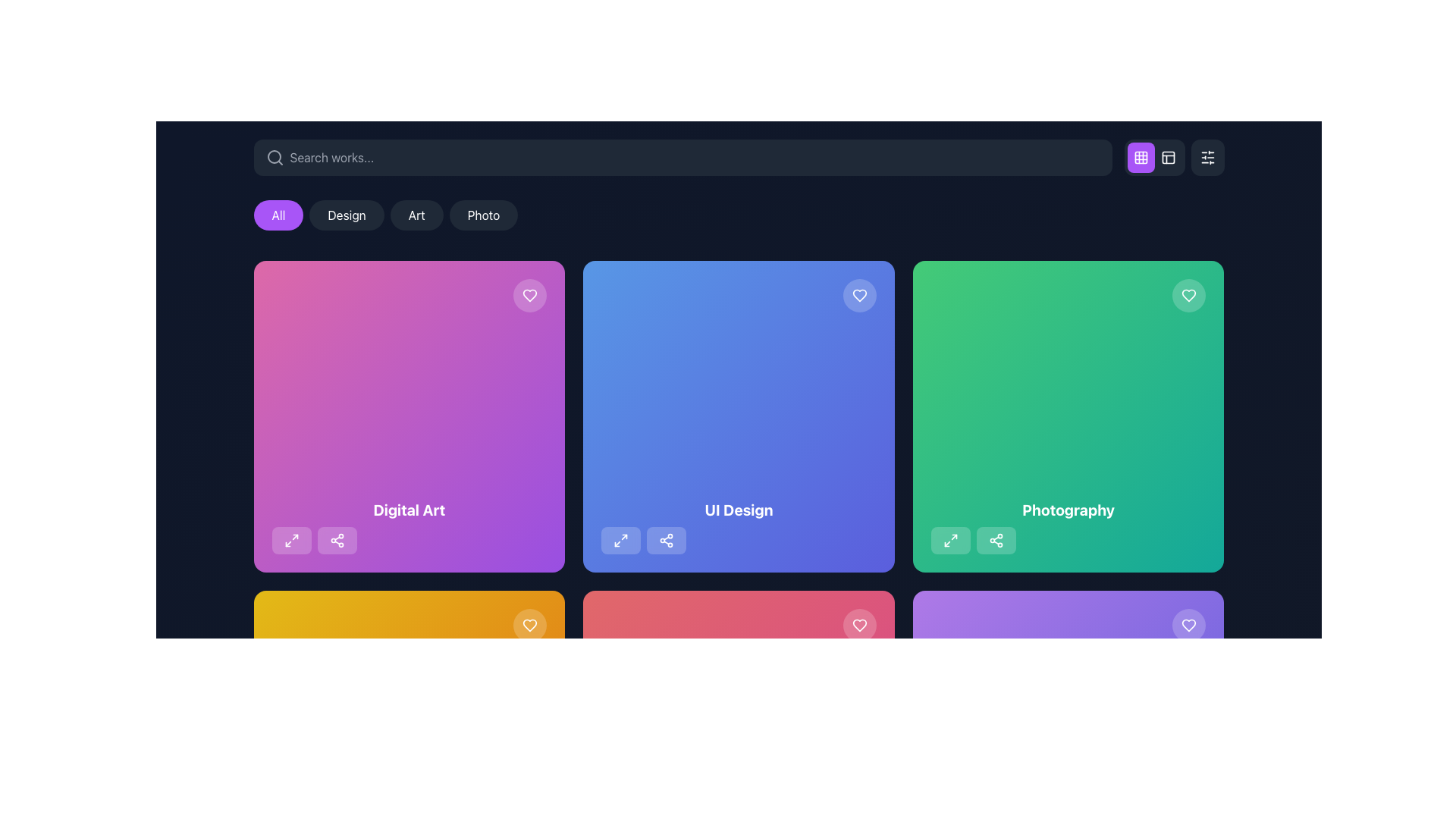 This screenshot has width=1456, height=819. I want to click on the icon with a horizontal sliders motif located in the top-right area of the interface, so click(1207, 158).